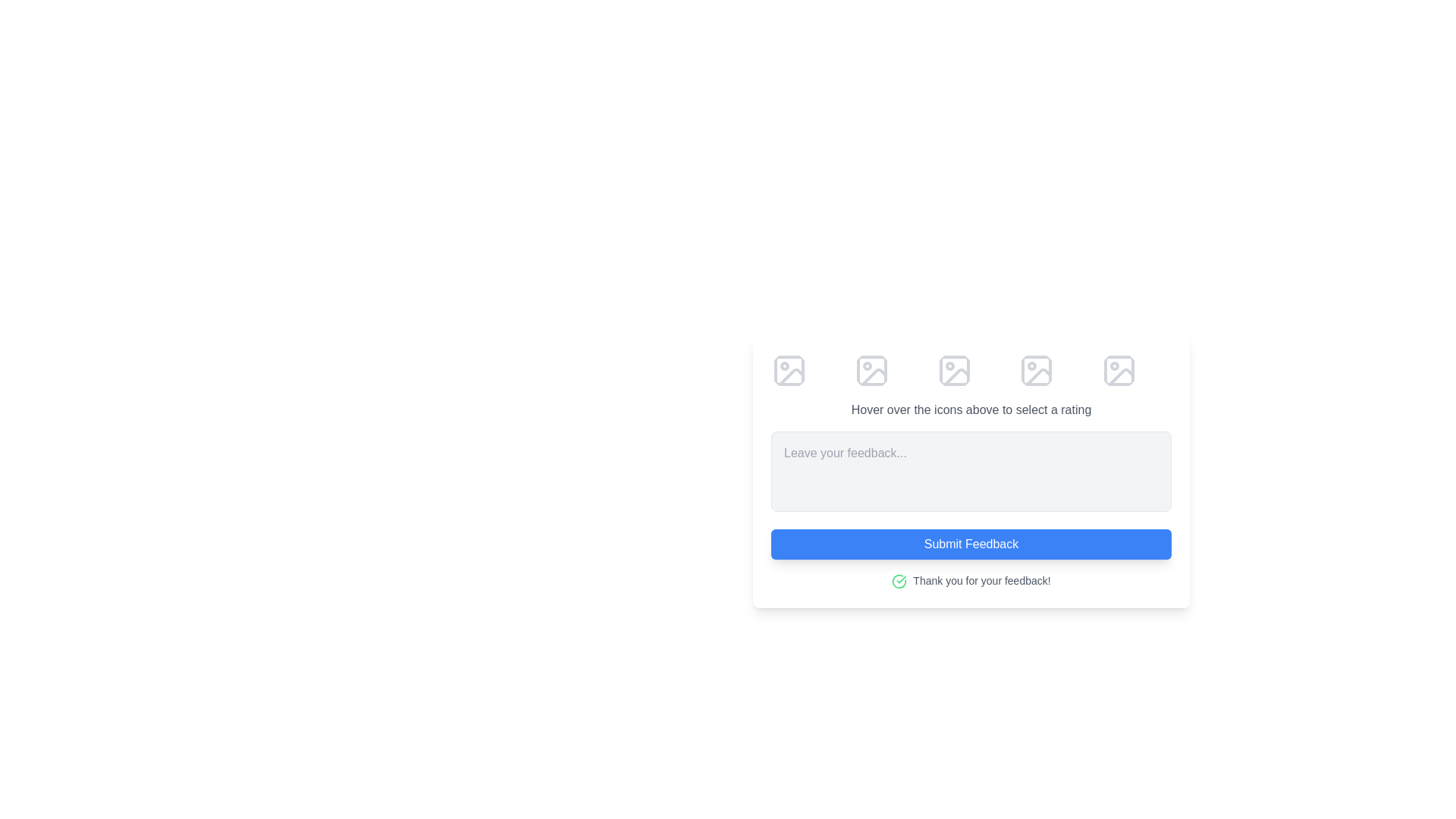 The image size is (1456, 819). I want to click on the fifth icon button in the horizontal grid layout, so click(1119, 371).